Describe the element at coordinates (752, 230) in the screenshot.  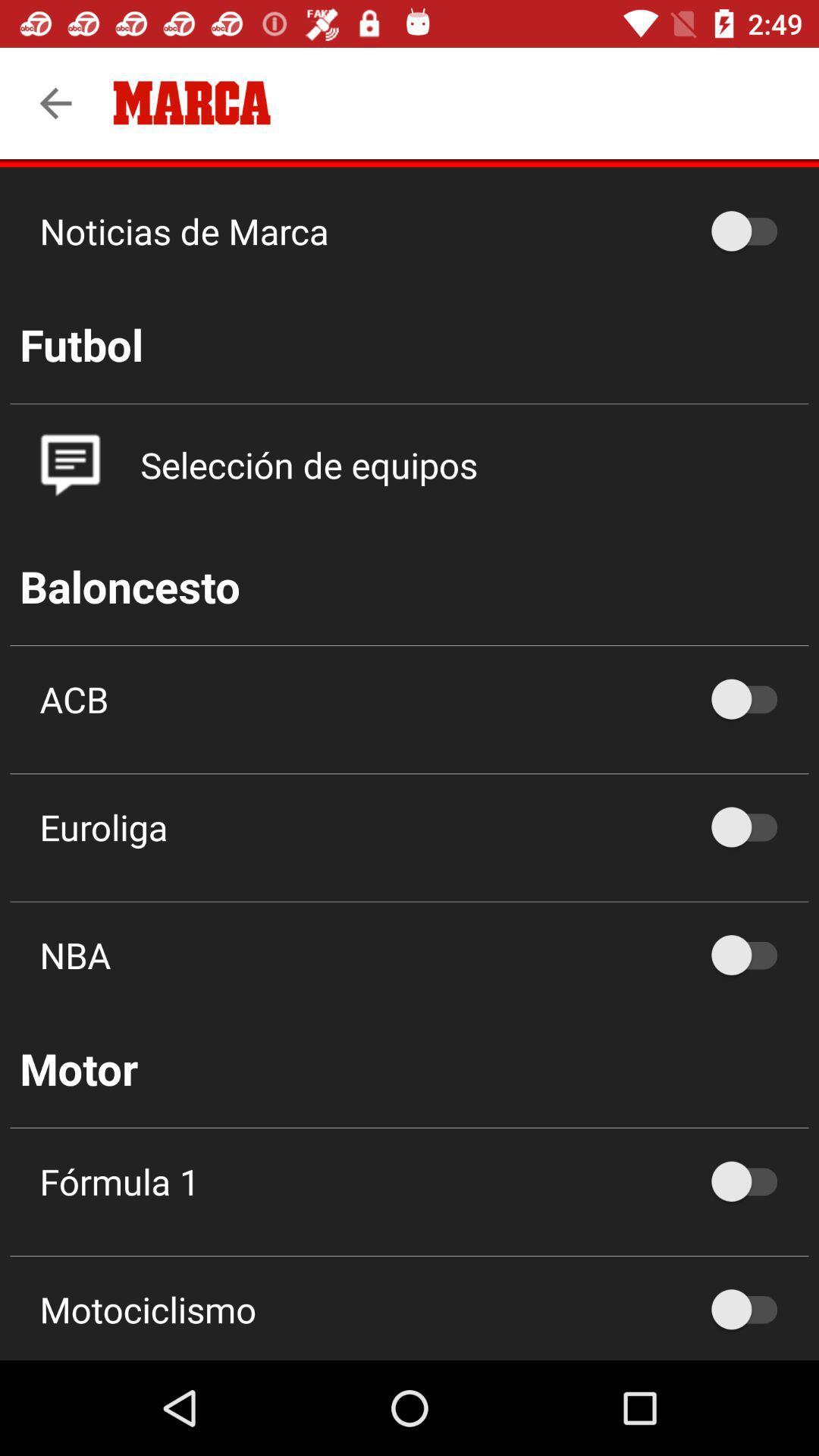
I see `noticias de marca option` at that location.